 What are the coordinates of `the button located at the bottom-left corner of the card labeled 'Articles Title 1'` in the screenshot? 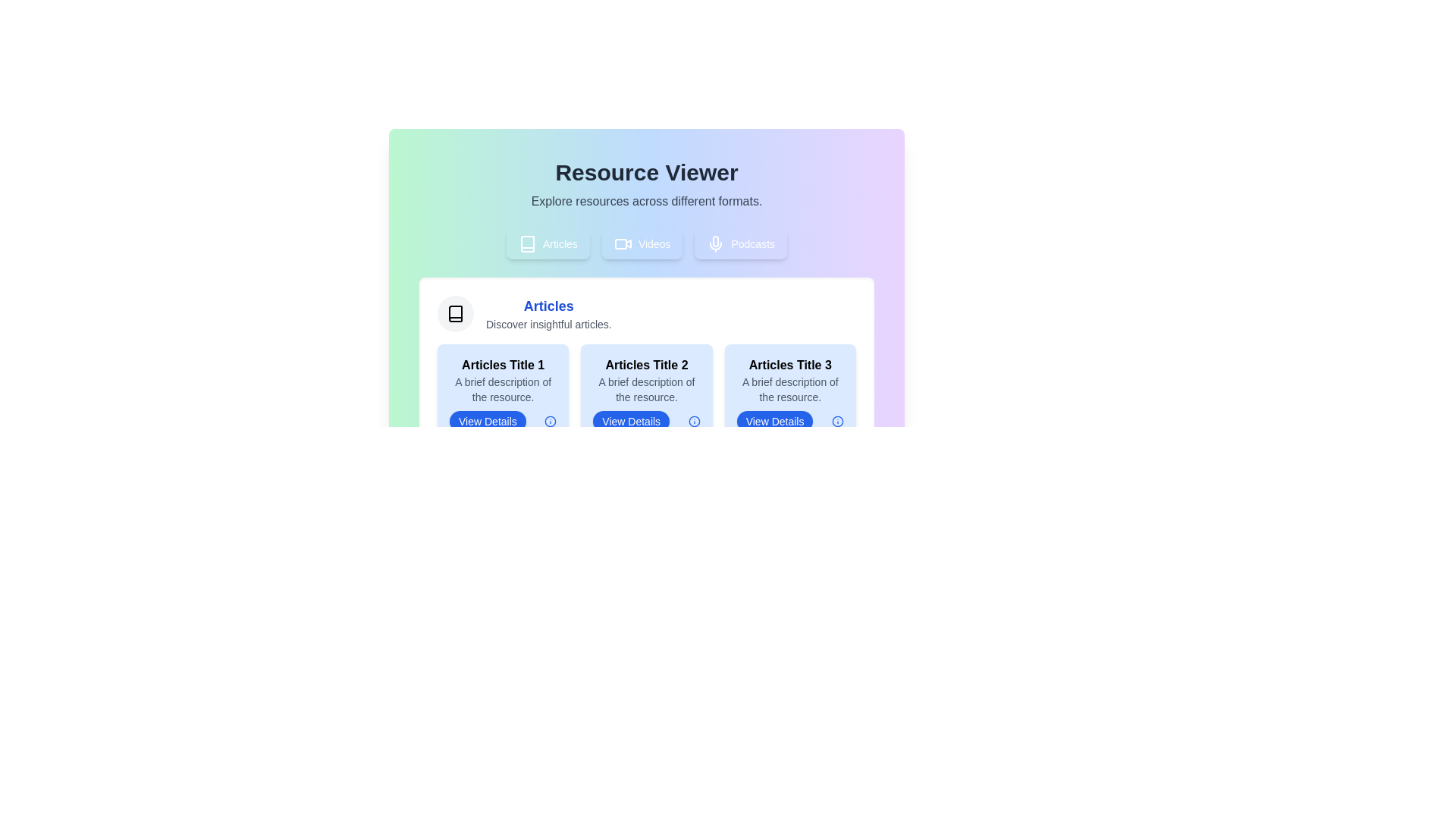 It's located at (488, 421).